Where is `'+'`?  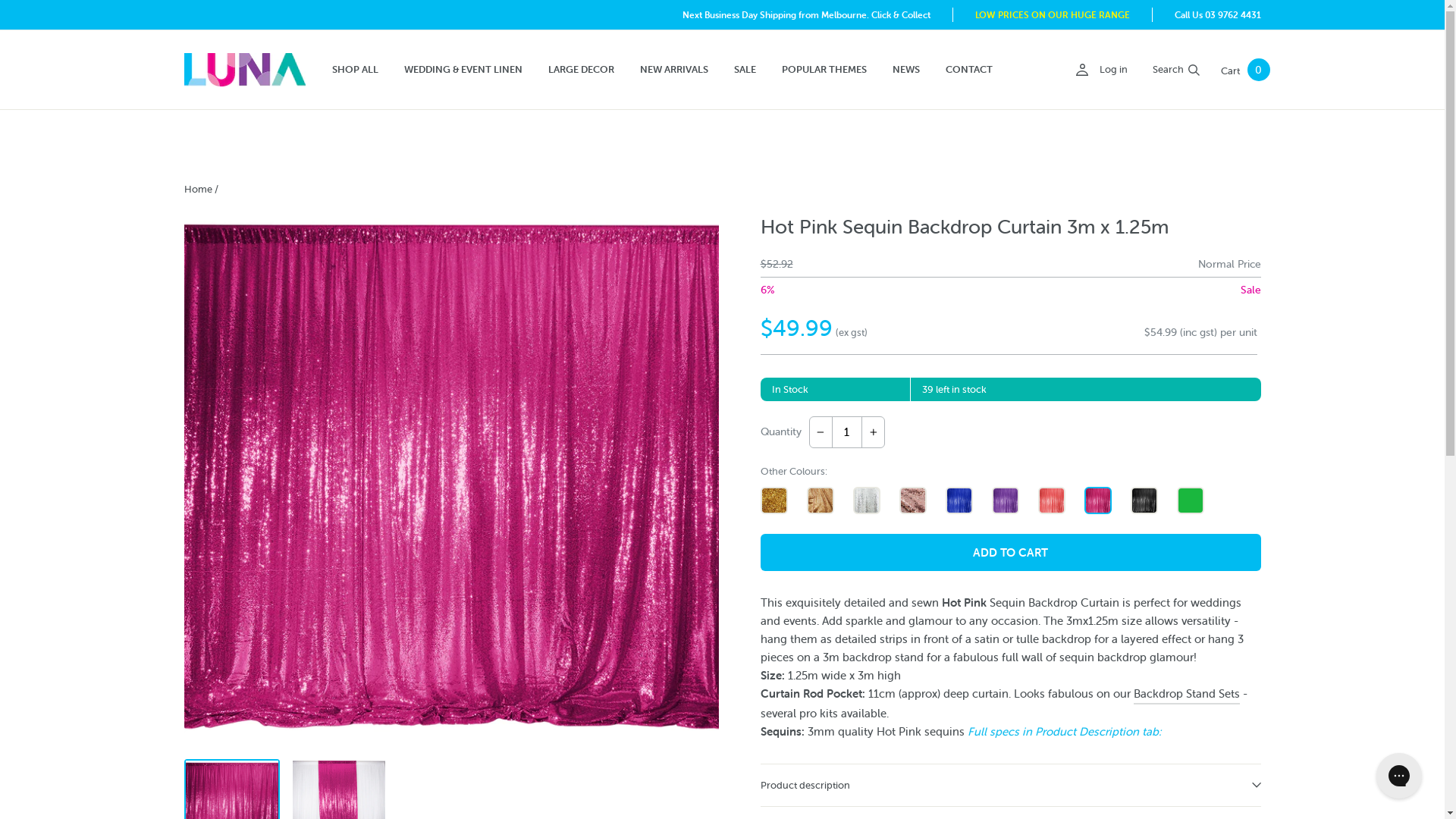
'+' is located at coordinates (873, 432).